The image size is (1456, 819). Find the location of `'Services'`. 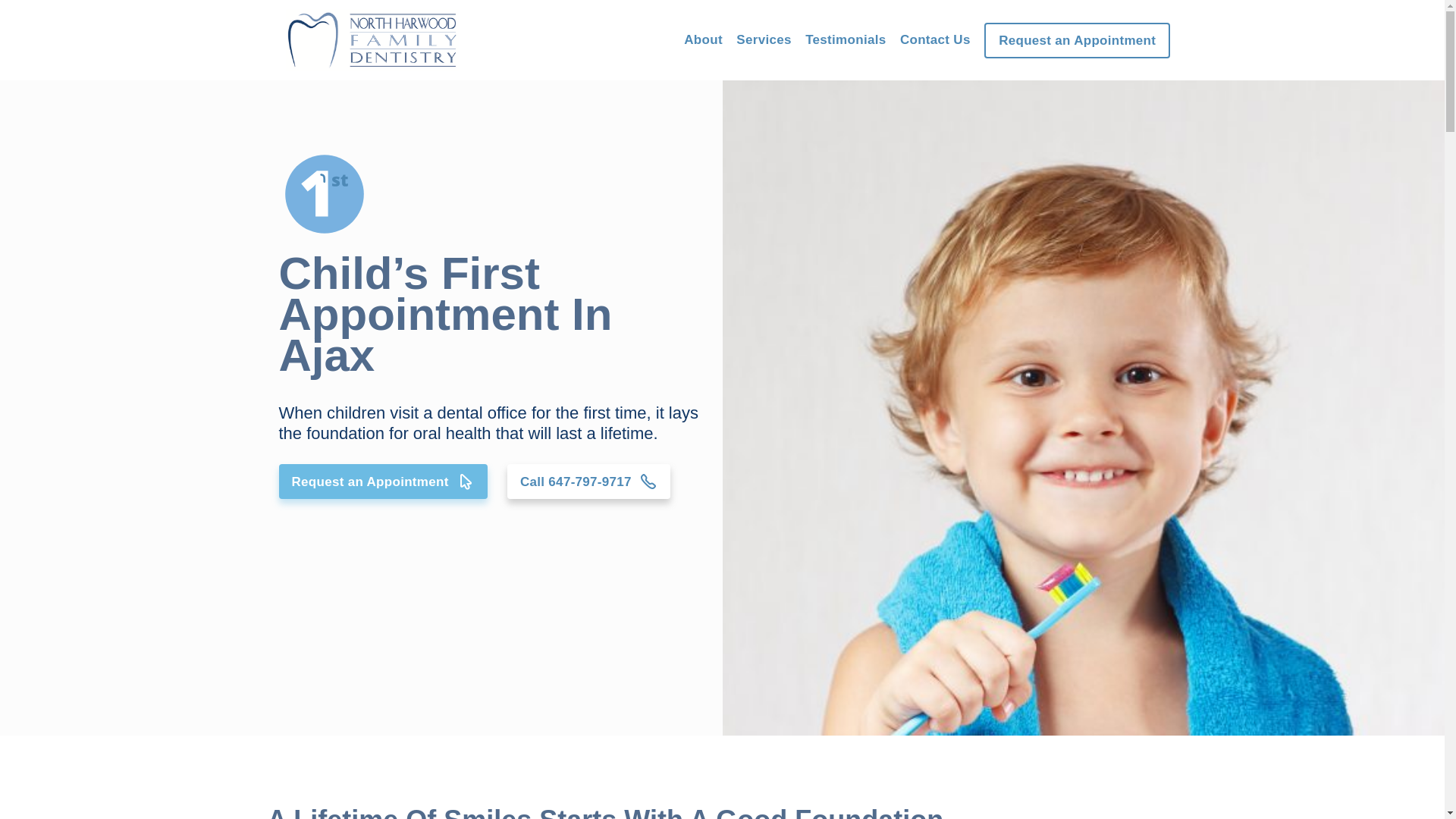

'Services' is located at coordinates (764, 39).